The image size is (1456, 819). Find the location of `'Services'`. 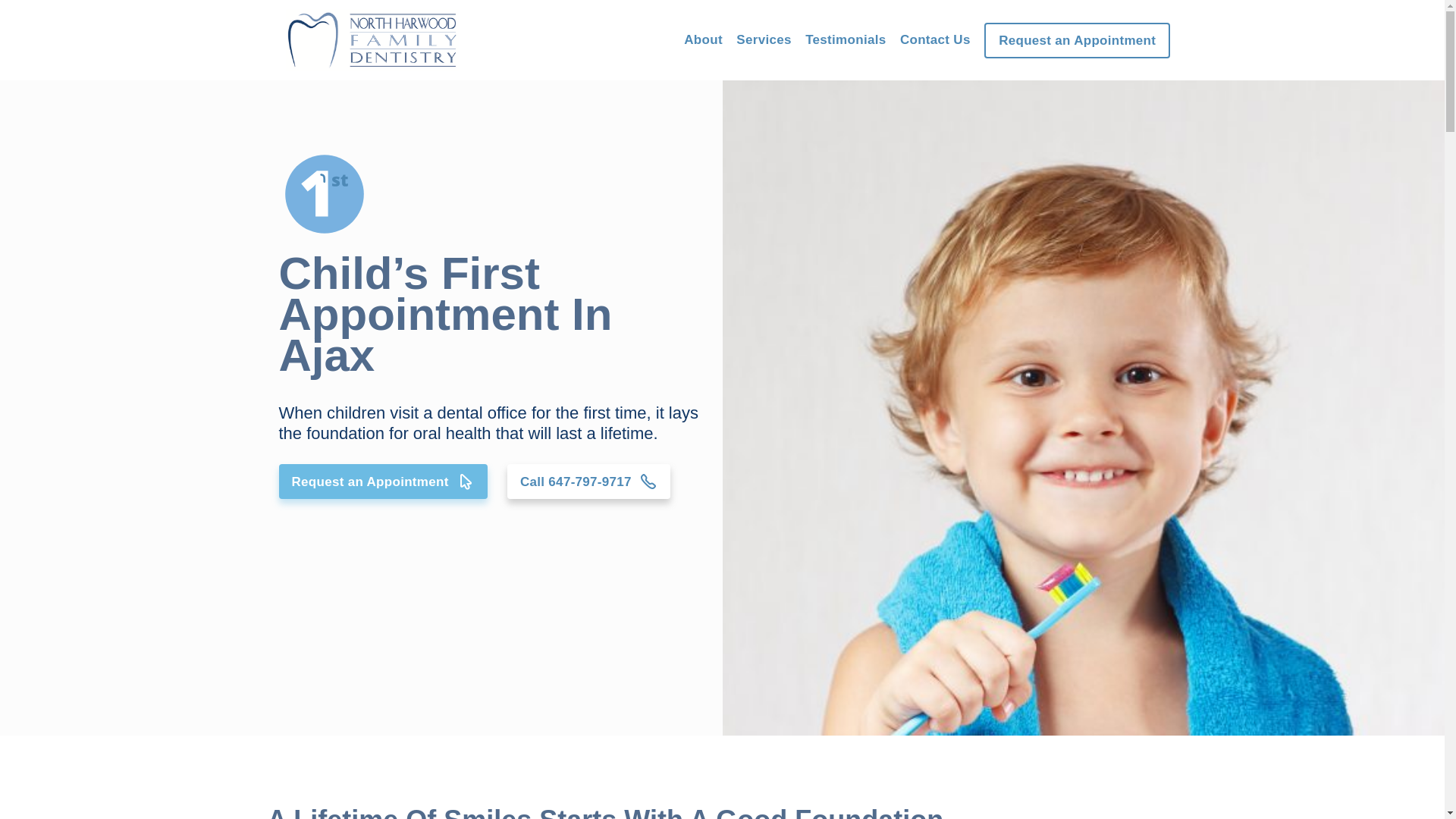

'Services' is located at coordinates (764, 39).